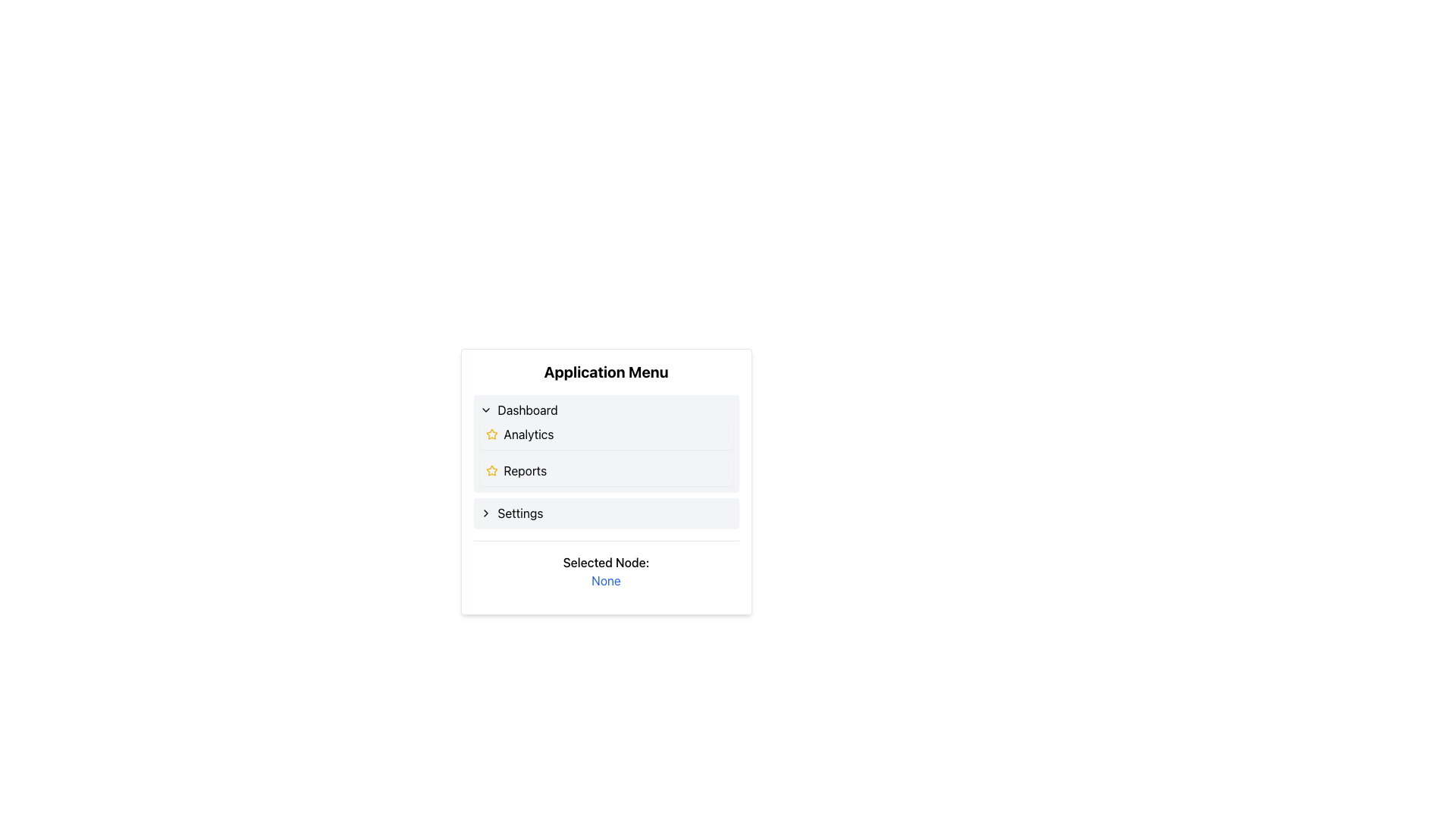  What do you see at coordinates (491, 470) in the screenshot?
I see `the star icon in the 'Reports' menu, which is golden yellow and outlined with current color, located in the second row of the UI` at bounding box center [491, 470].